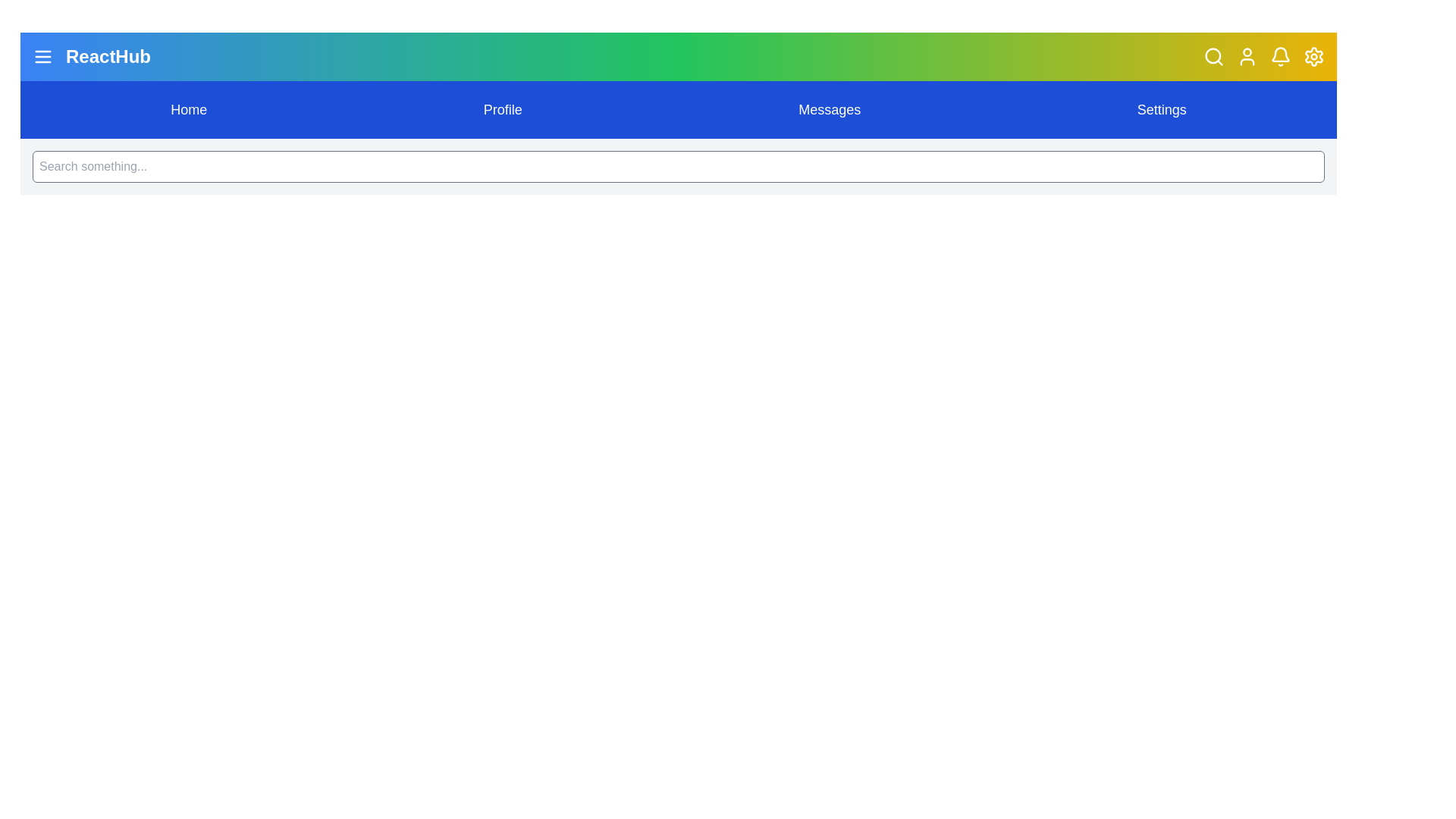 The image size is (1456, 819). Describe the element at coordinates (1247, 55) in the screenshot. I see `the user profile button` at that location.